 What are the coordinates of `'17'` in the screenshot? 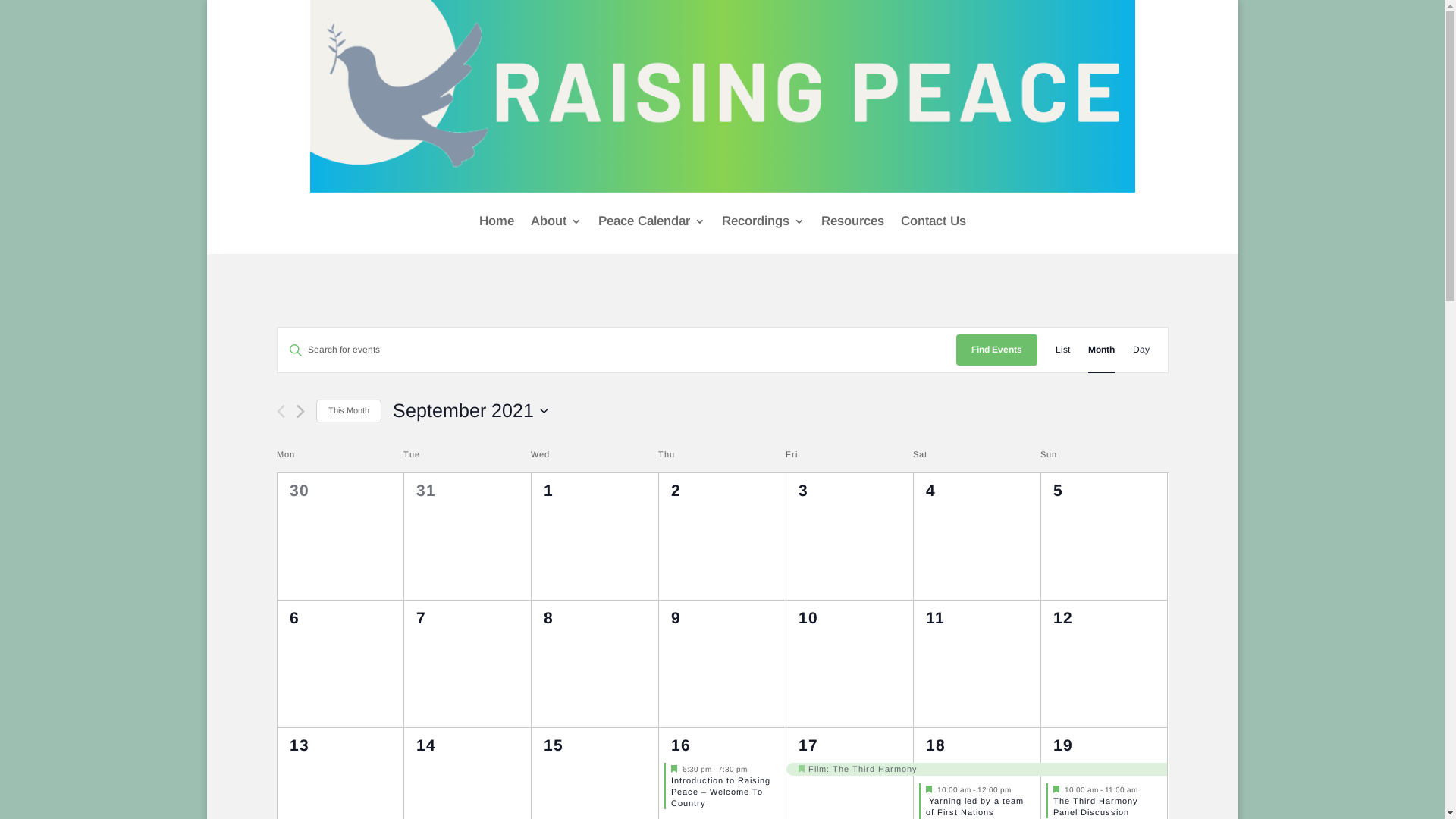 It's located at (807, 744).